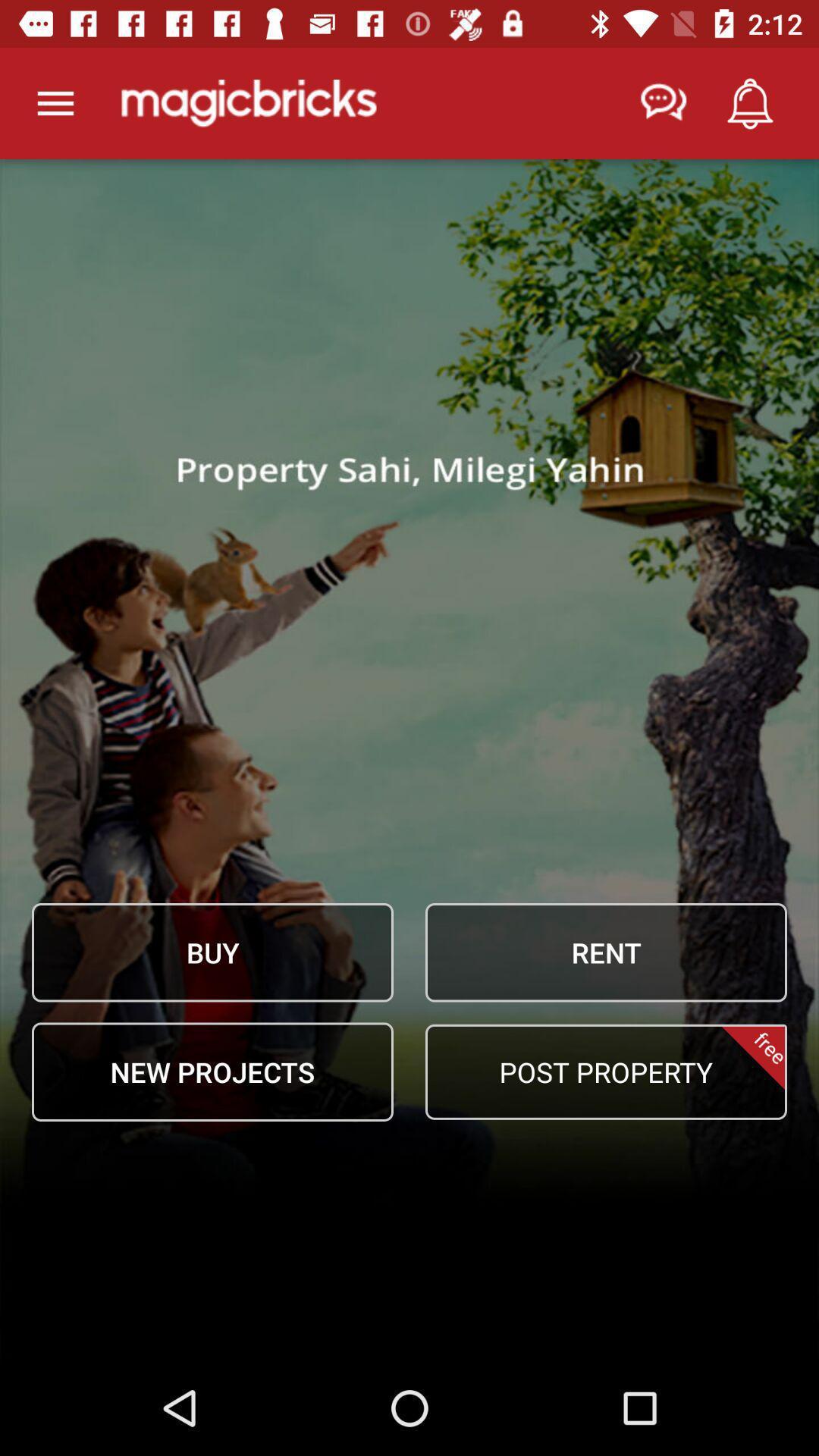 The image size is (819, 1456). I want to click on the icon next to the post property icon, so click(212, 1071).